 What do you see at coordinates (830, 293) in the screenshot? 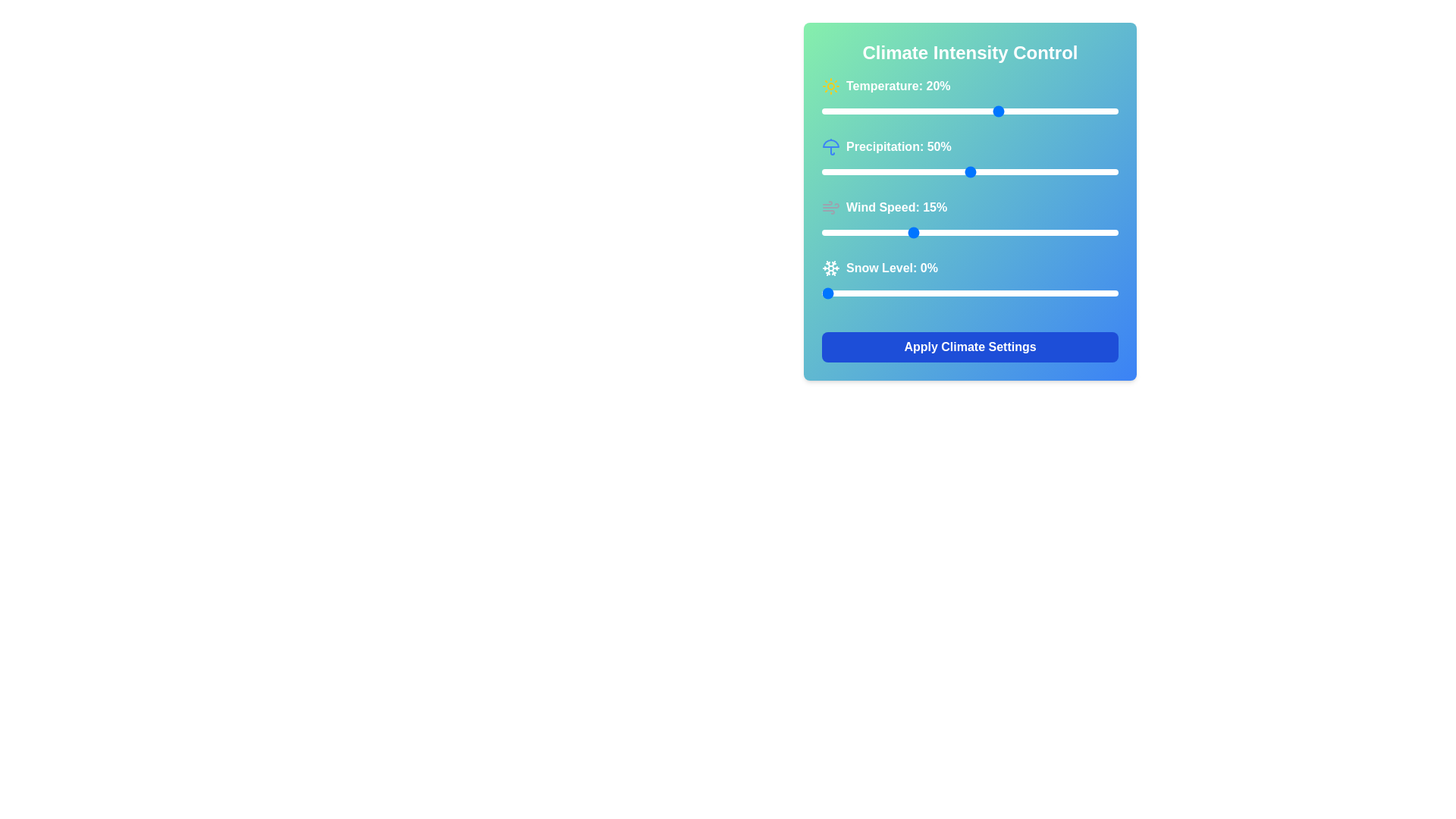
I see `the snow level` at bounding box center [830, 293].